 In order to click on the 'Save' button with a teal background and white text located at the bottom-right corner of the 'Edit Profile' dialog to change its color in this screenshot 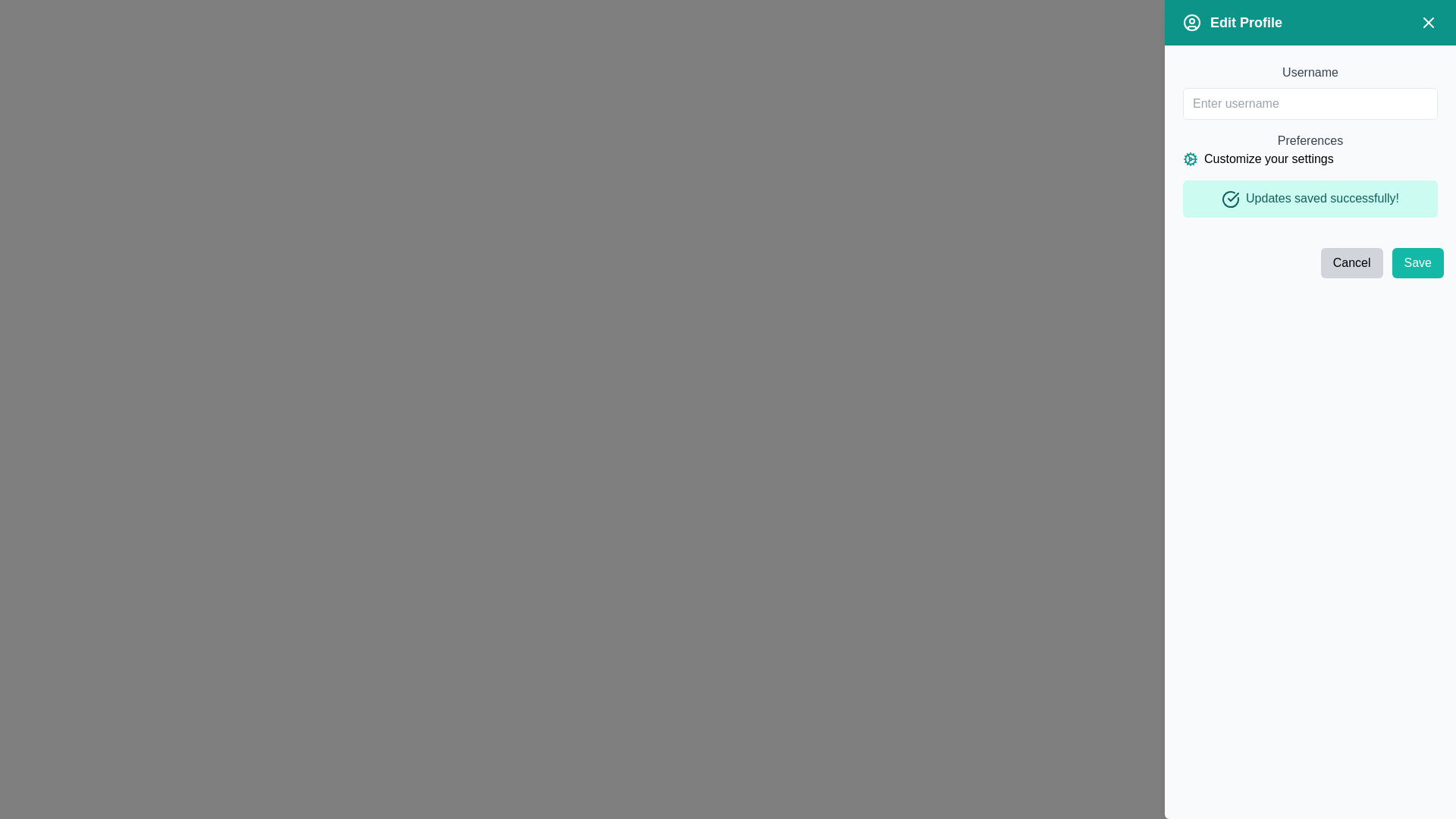, I will do `click(1417, 262)`.